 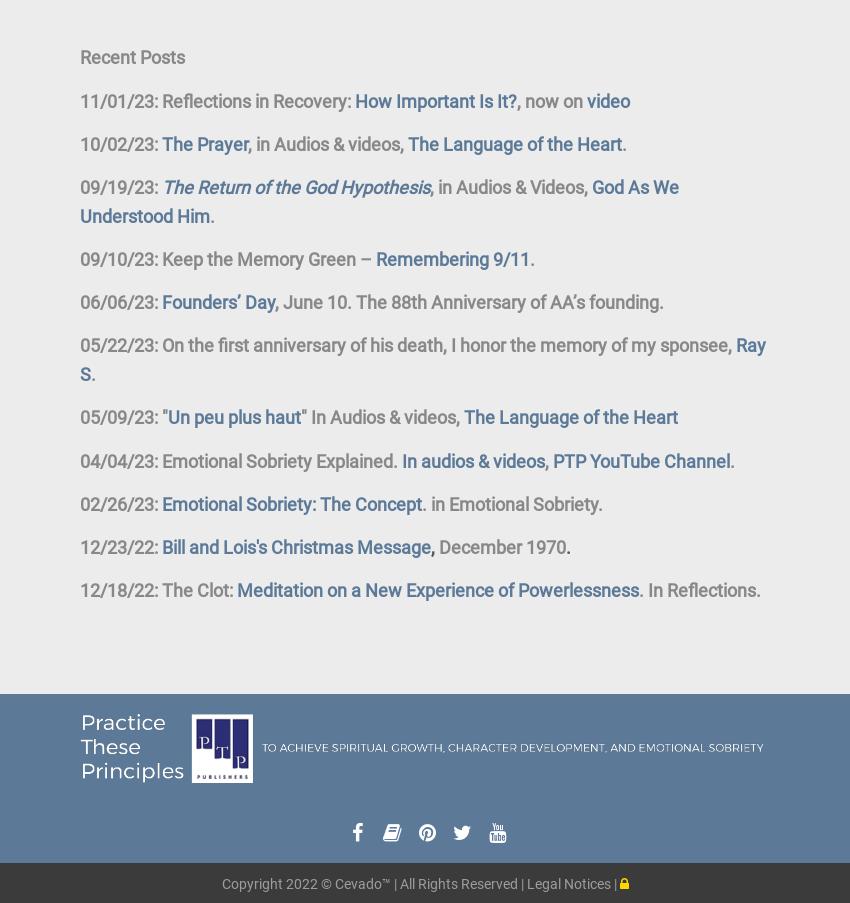 What do you see at coordinates (217, 100) in the screenshot?
I see `'11/01/23: Reflections in Recovery:'` at bounding box center [217, 100].